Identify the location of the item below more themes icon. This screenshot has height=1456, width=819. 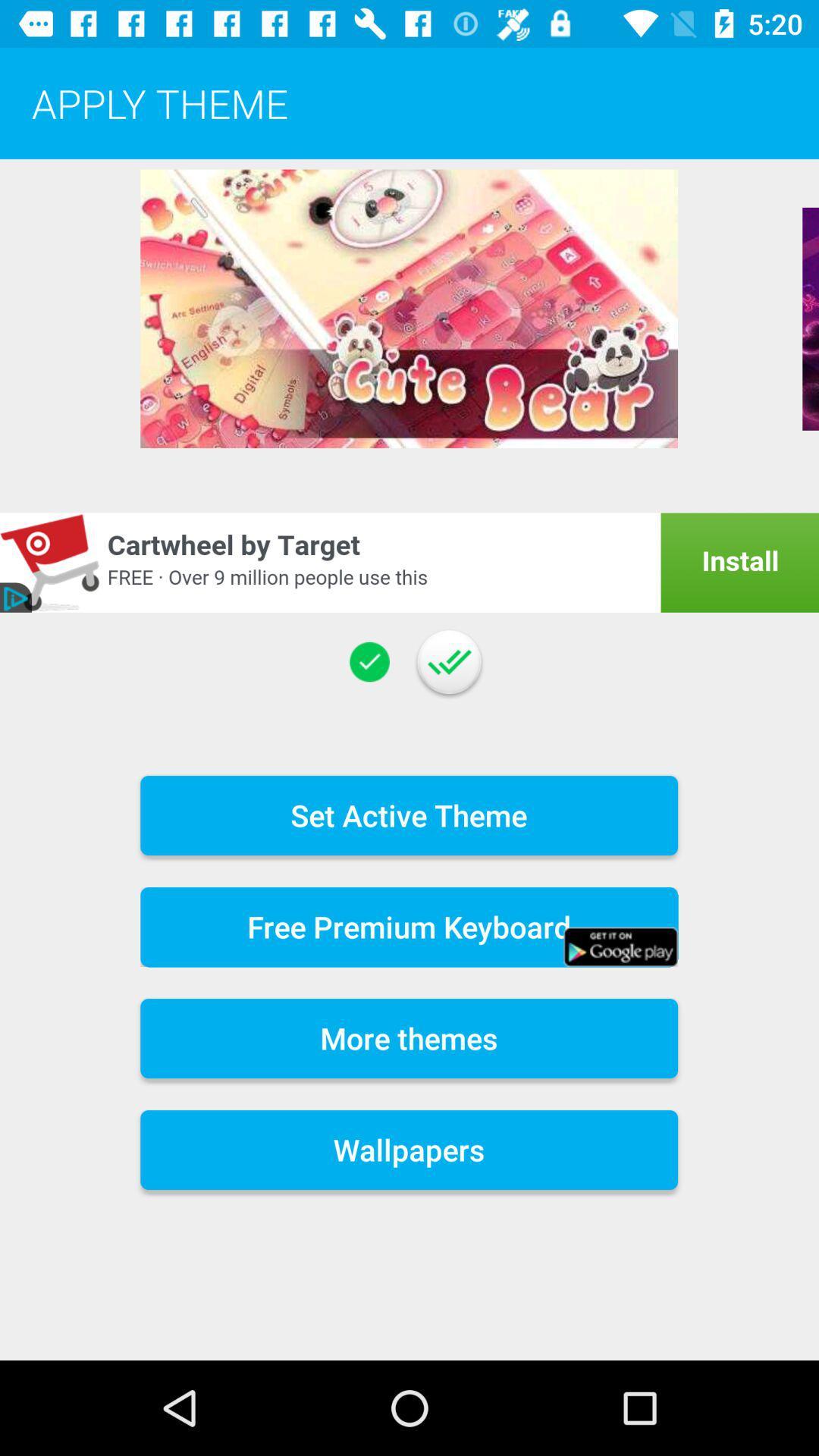
(408, 1150).